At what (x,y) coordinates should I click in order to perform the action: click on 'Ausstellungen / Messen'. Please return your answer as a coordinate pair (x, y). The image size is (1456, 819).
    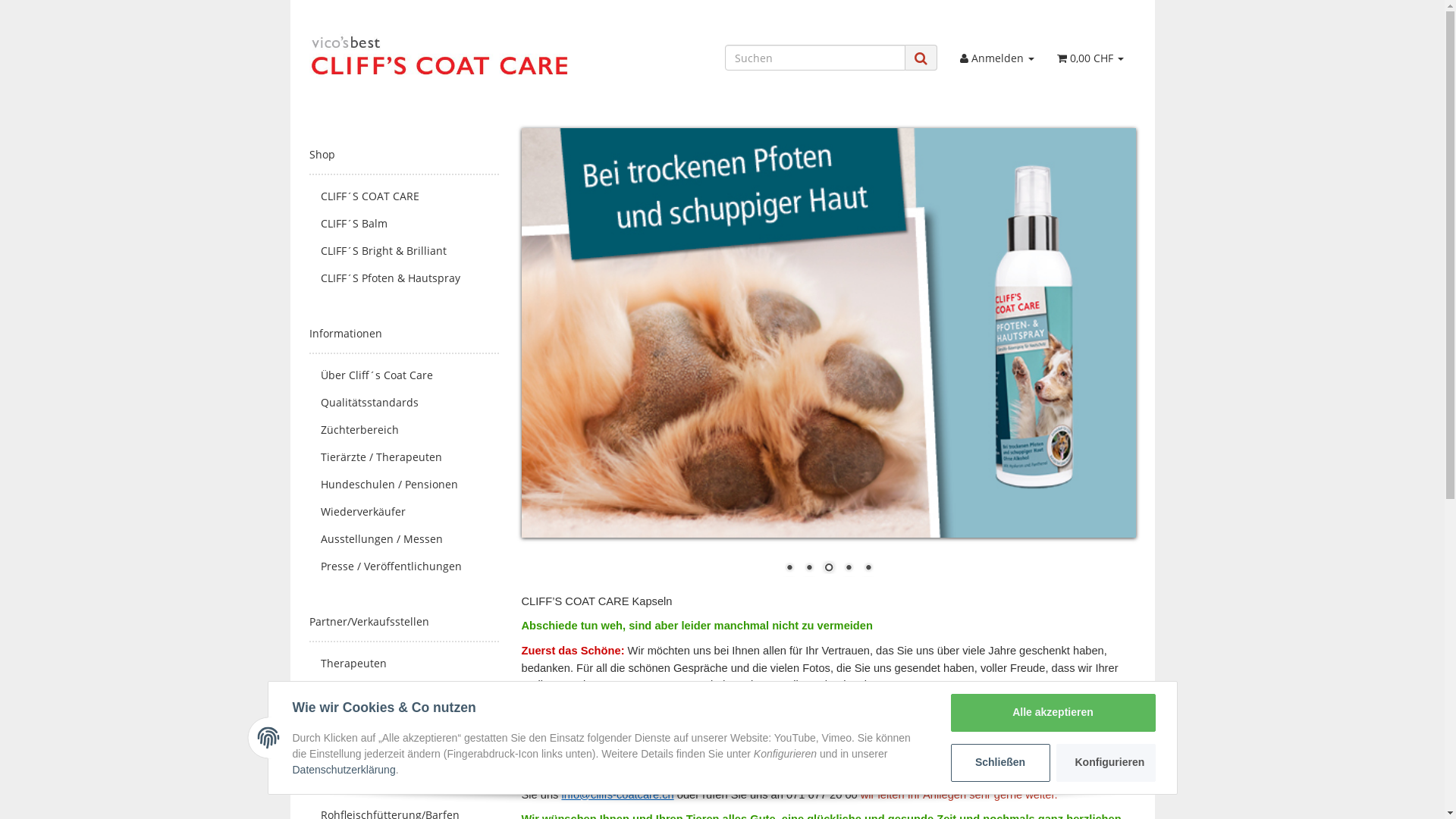
    Looking at the image, I should click on (309, 538).